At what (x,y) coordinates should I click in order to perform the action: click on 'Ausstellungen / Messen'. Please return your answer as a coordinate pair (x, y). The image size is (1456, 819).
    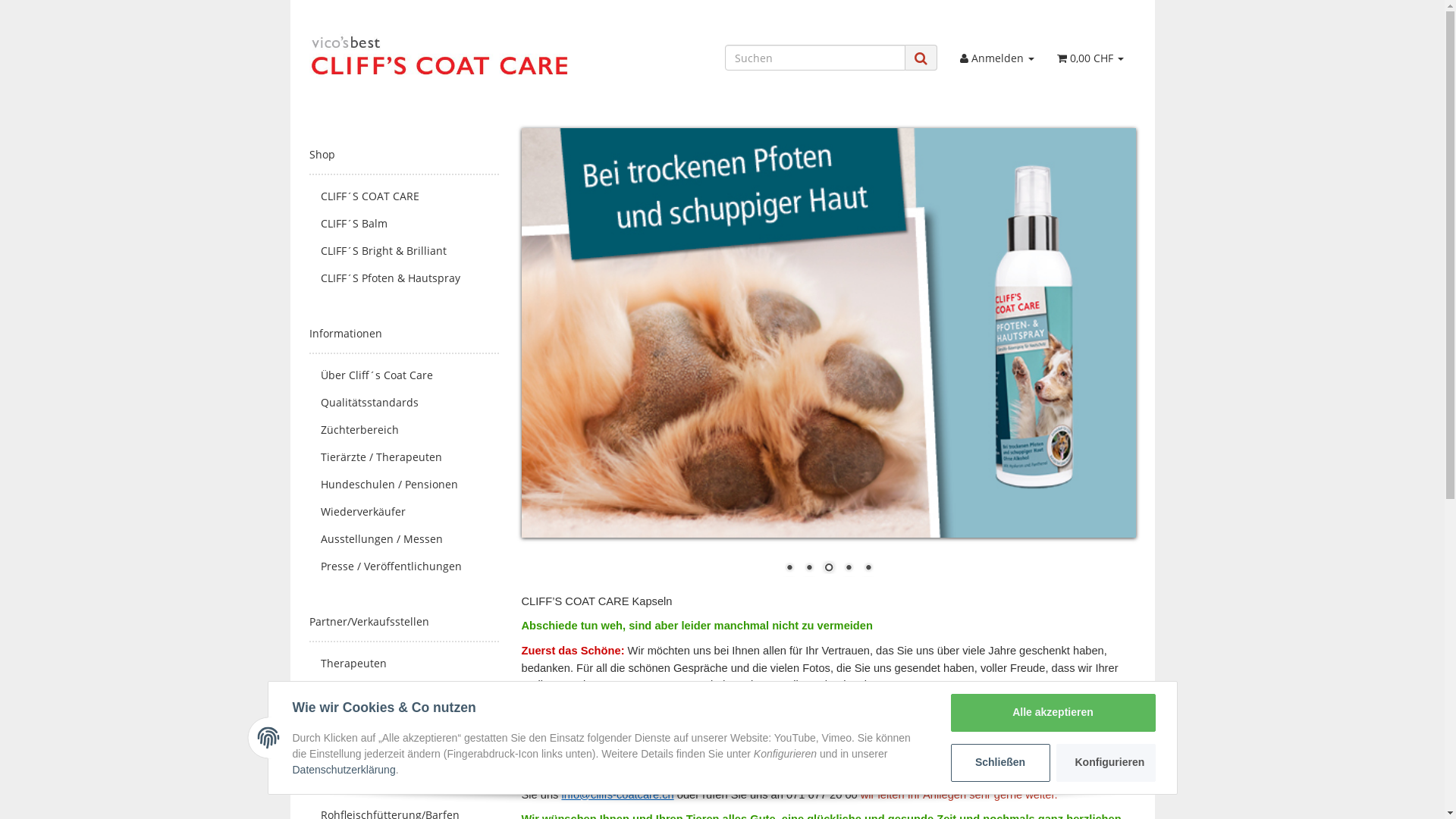
    Looking at the image, I should click on (309, 538).